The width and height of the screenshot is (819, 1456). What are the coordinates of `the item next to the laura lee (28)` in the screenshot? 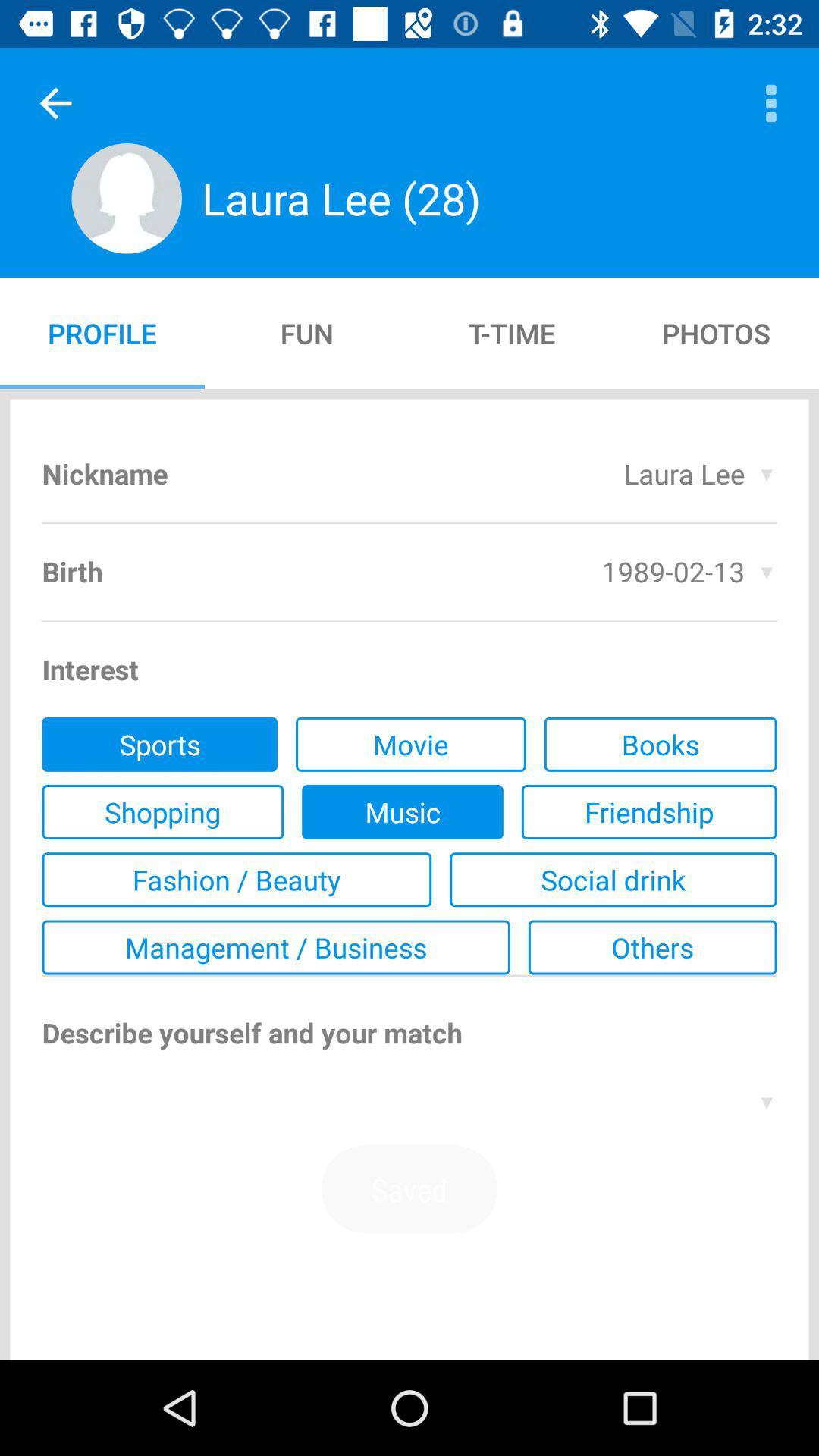 It's located at (55, 102).